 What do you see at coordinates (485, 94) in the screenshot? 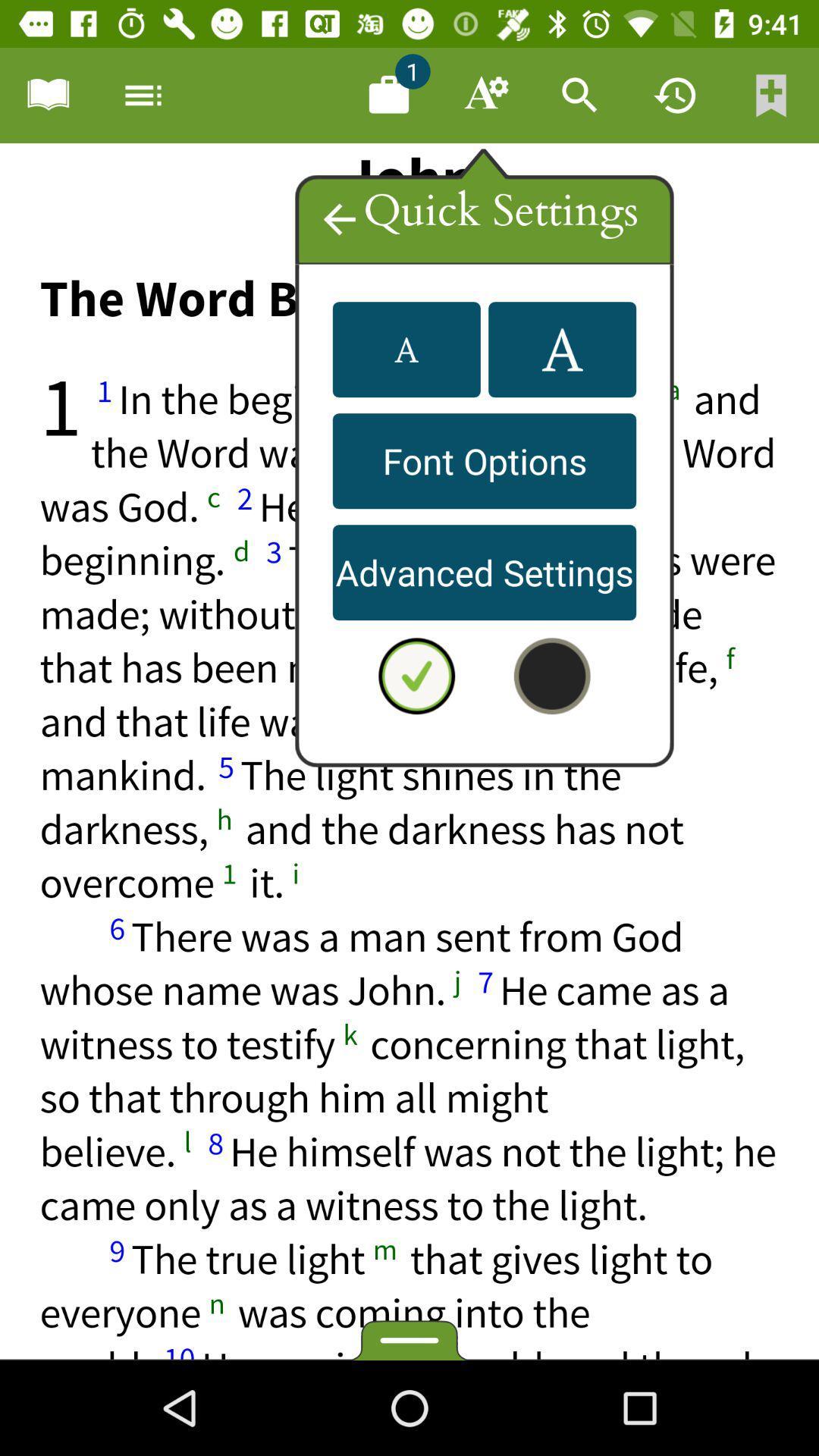
I see `font settings` at bounding box center [485, 94].